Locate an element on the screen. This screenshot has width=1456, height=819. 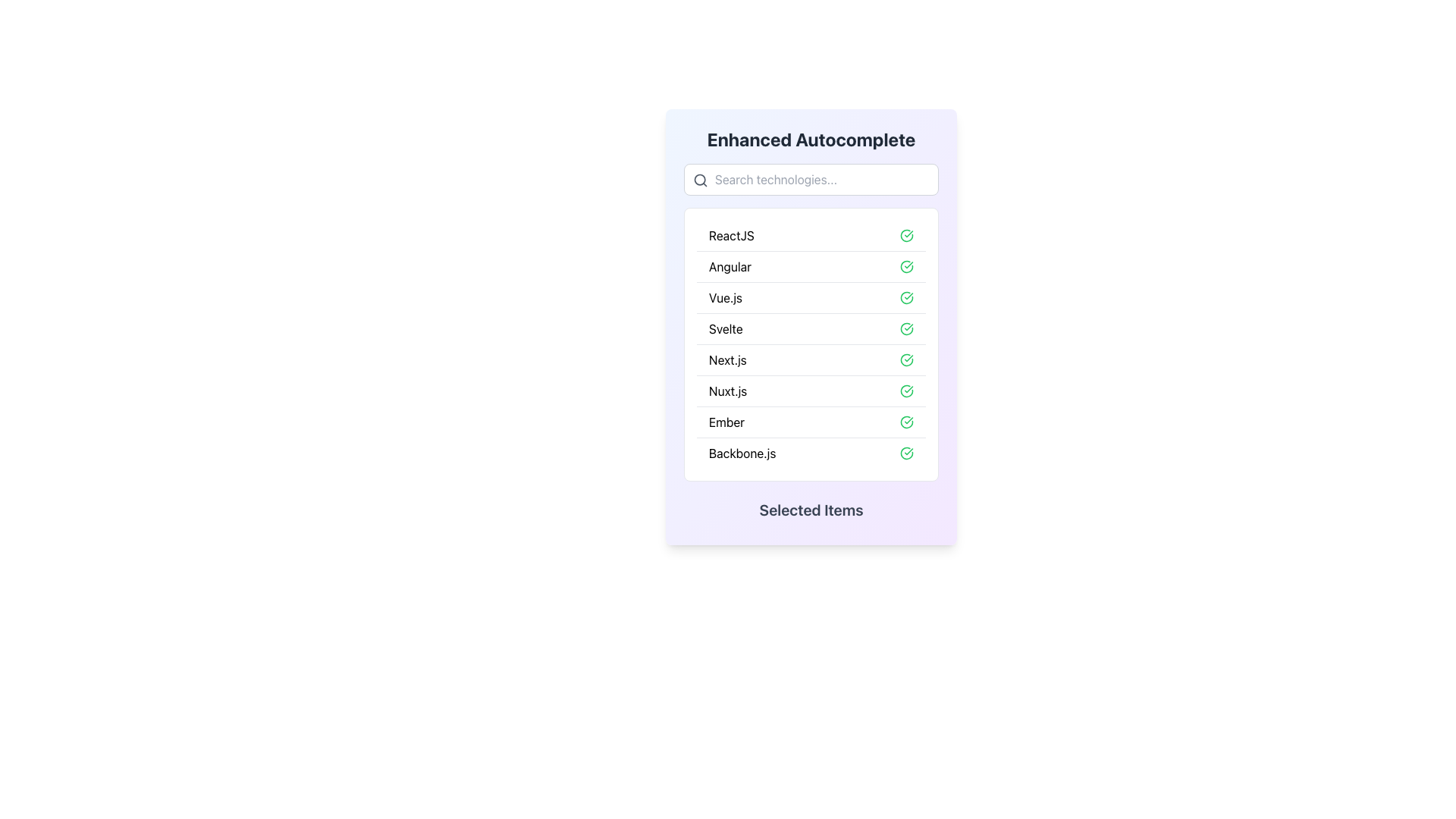
the green checkmark icon inside a circle, located to the right of the 'Angular' list entry is located at coordinates (906, 265).